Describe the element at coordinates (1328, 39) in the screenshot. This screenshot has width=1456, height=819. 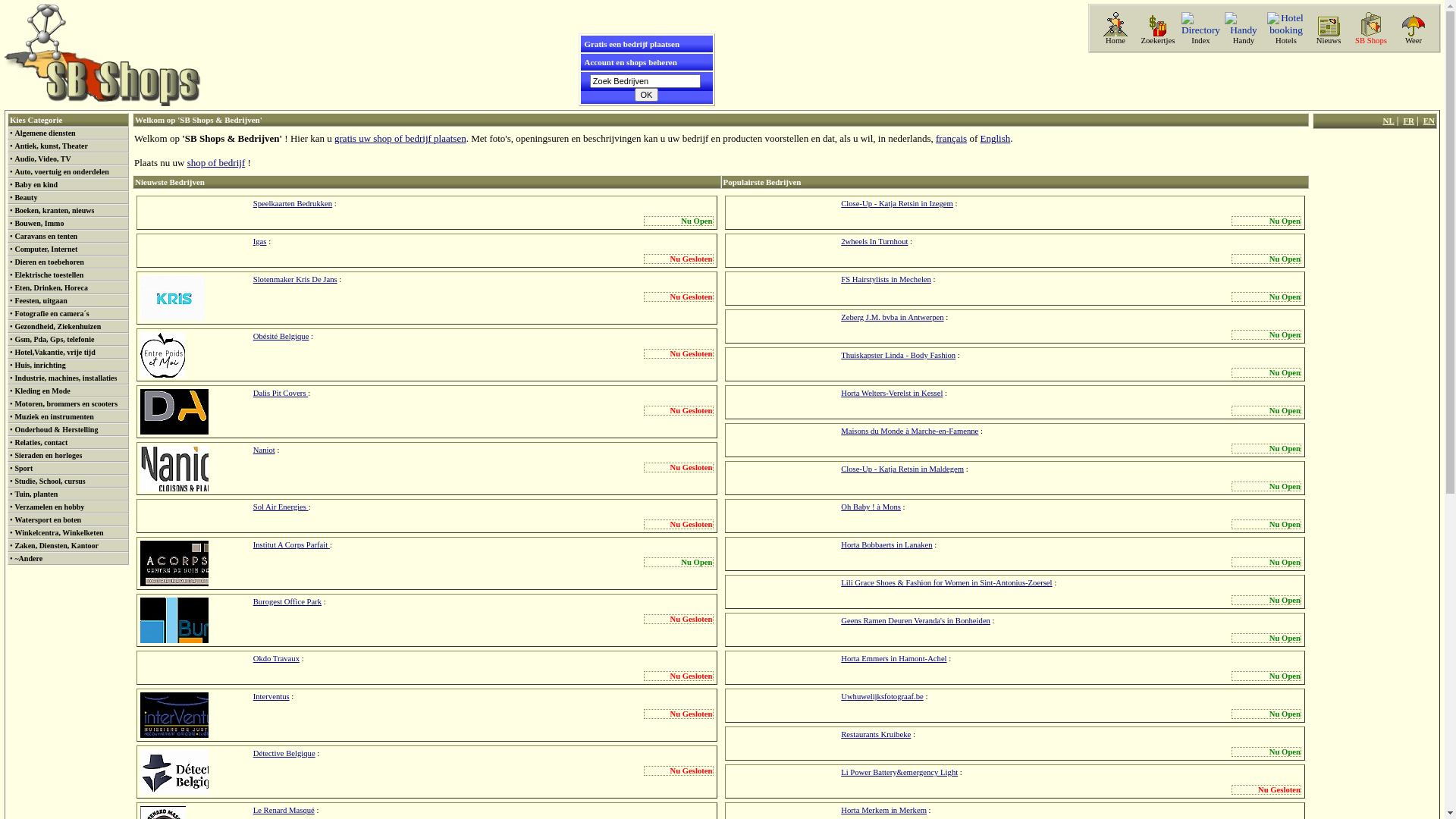
I see `'Nieuws'` at that location.